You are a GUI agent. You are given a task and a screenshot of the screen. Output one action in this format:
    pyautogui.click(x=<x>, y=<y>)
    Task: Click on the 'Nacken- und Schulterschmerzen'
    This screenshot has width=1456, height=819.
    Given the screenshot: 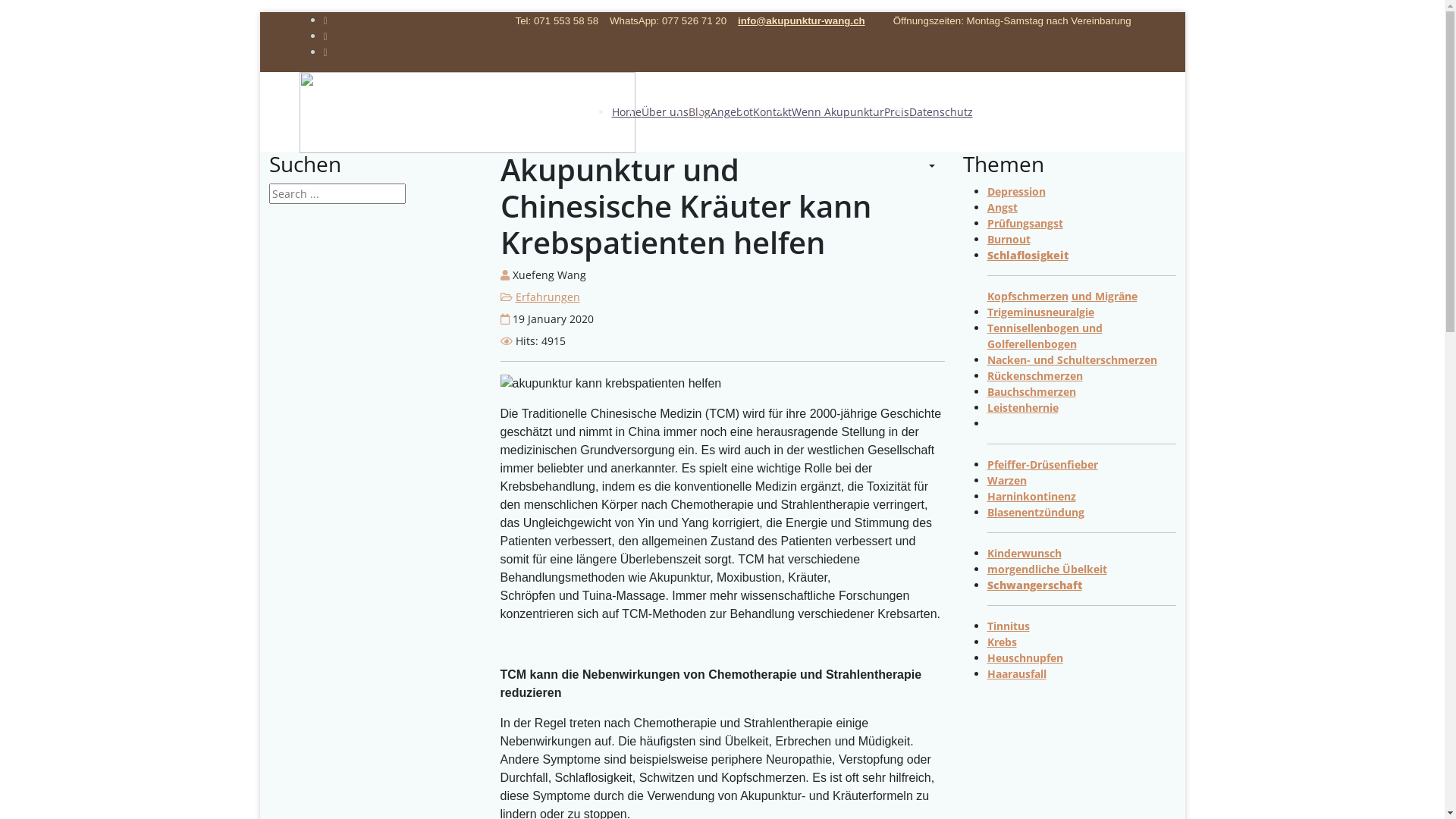 What is the action you would take?
    pyautogui.click(x=1072, y=359)
    